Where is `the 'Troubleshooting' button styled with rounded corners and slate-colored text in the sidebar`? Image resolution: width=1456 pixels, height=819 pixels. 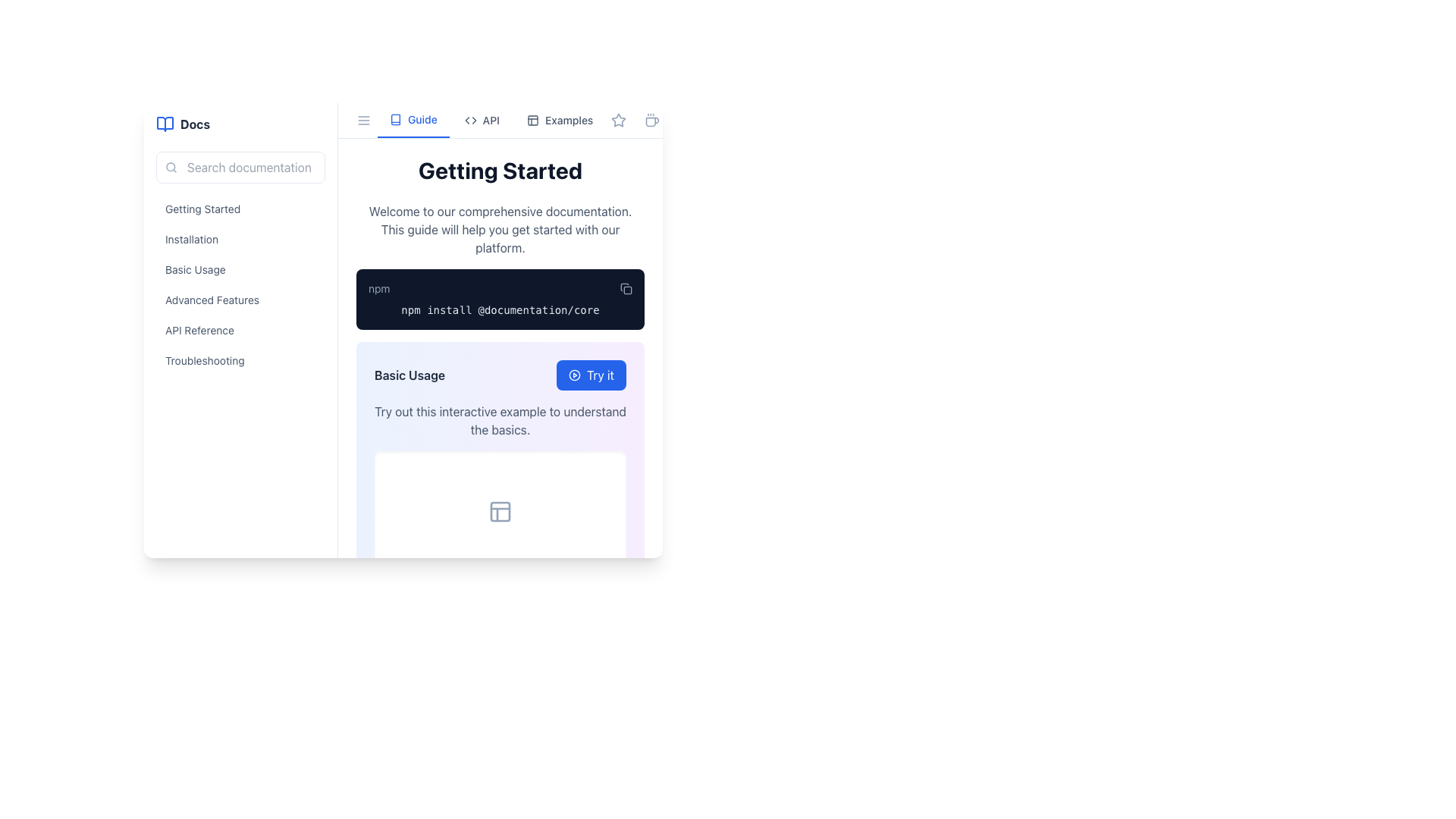
the 'Troubleshooting' button styled with rounded corners and slate-colored text in the sidebar is located at coordinates (240, 360).